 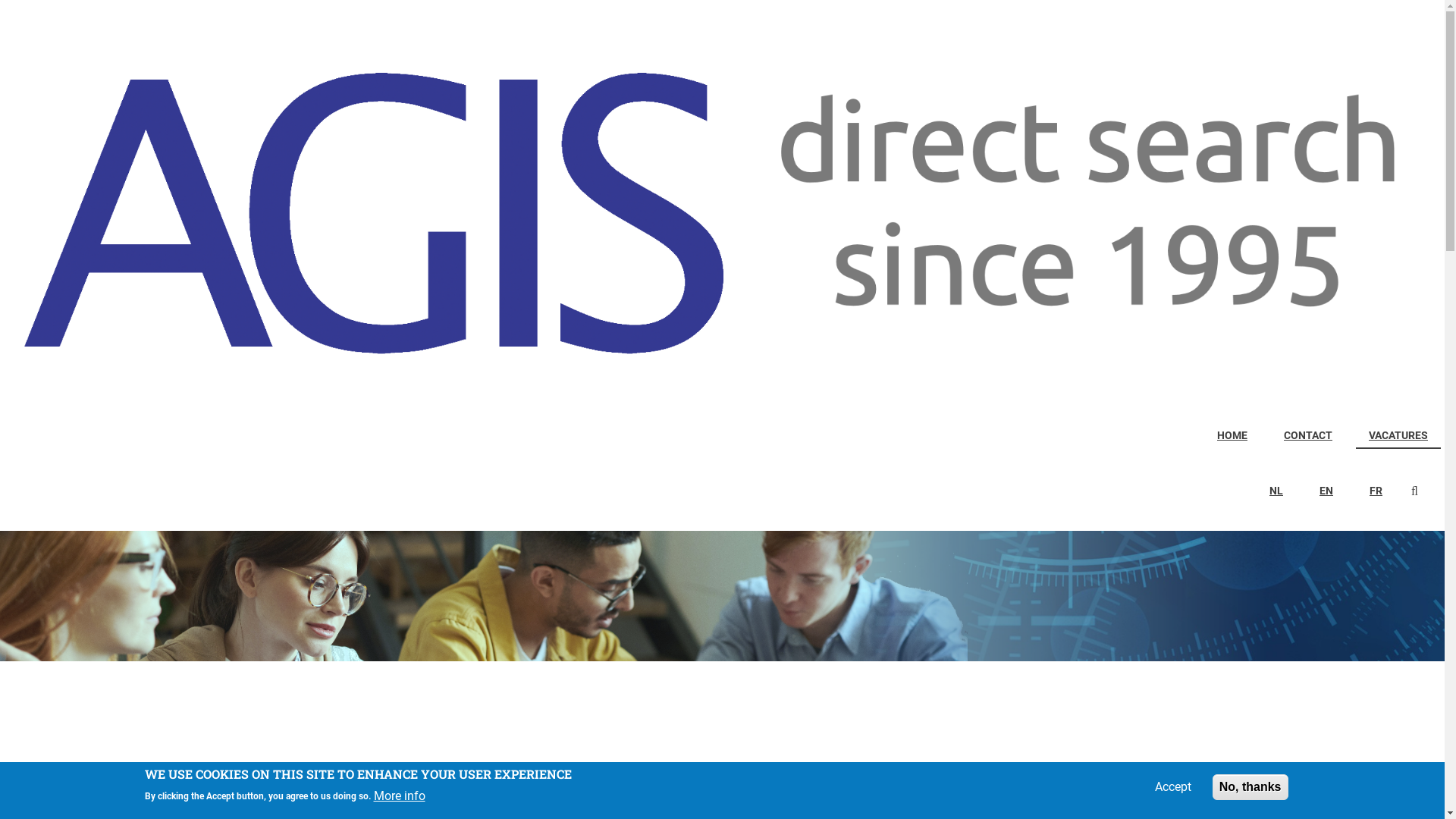 I want to click on 'FR', so click(x=1376, y=491).